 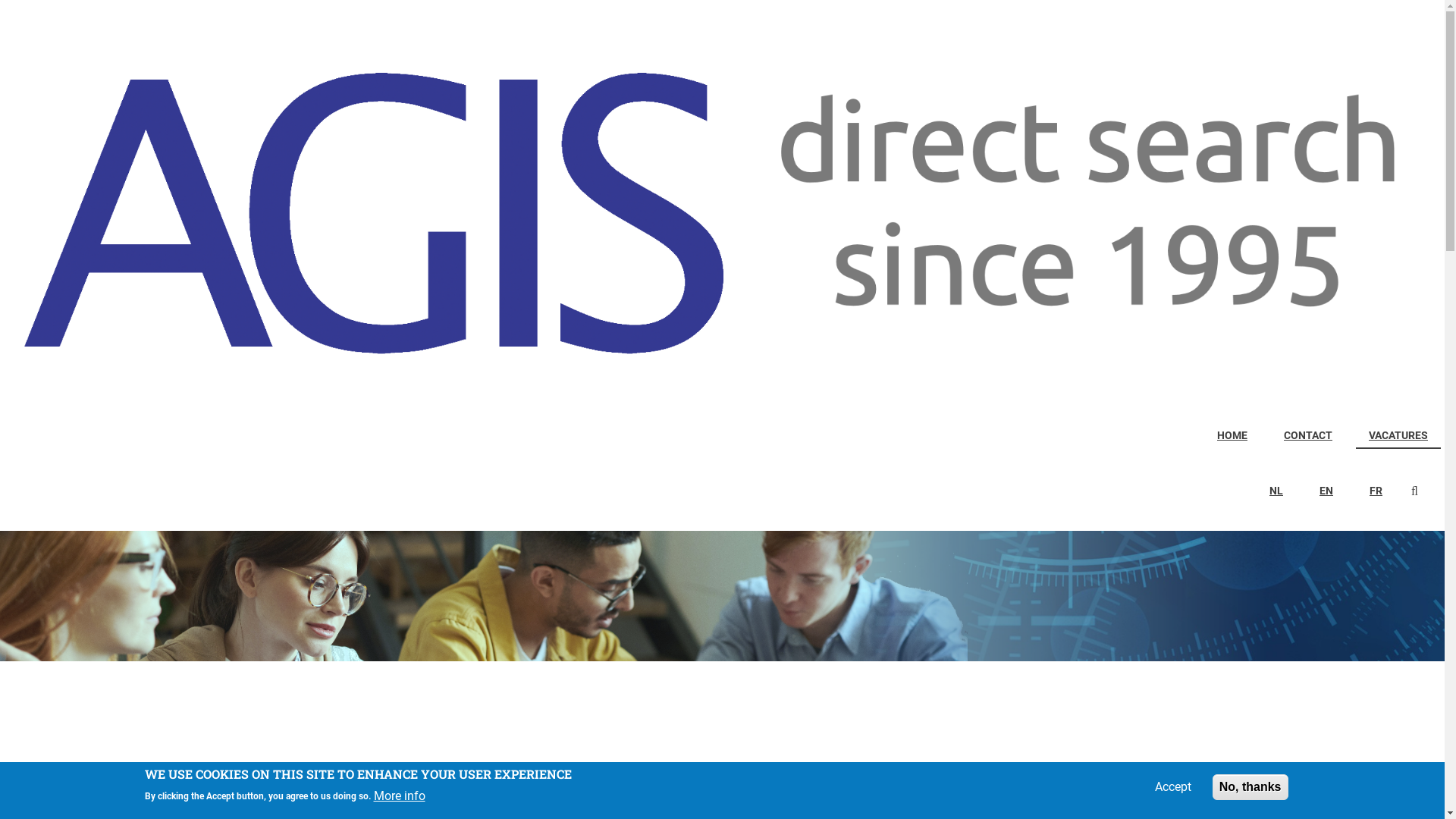 I want to click on 'FR', so click(x=1376, y=491).